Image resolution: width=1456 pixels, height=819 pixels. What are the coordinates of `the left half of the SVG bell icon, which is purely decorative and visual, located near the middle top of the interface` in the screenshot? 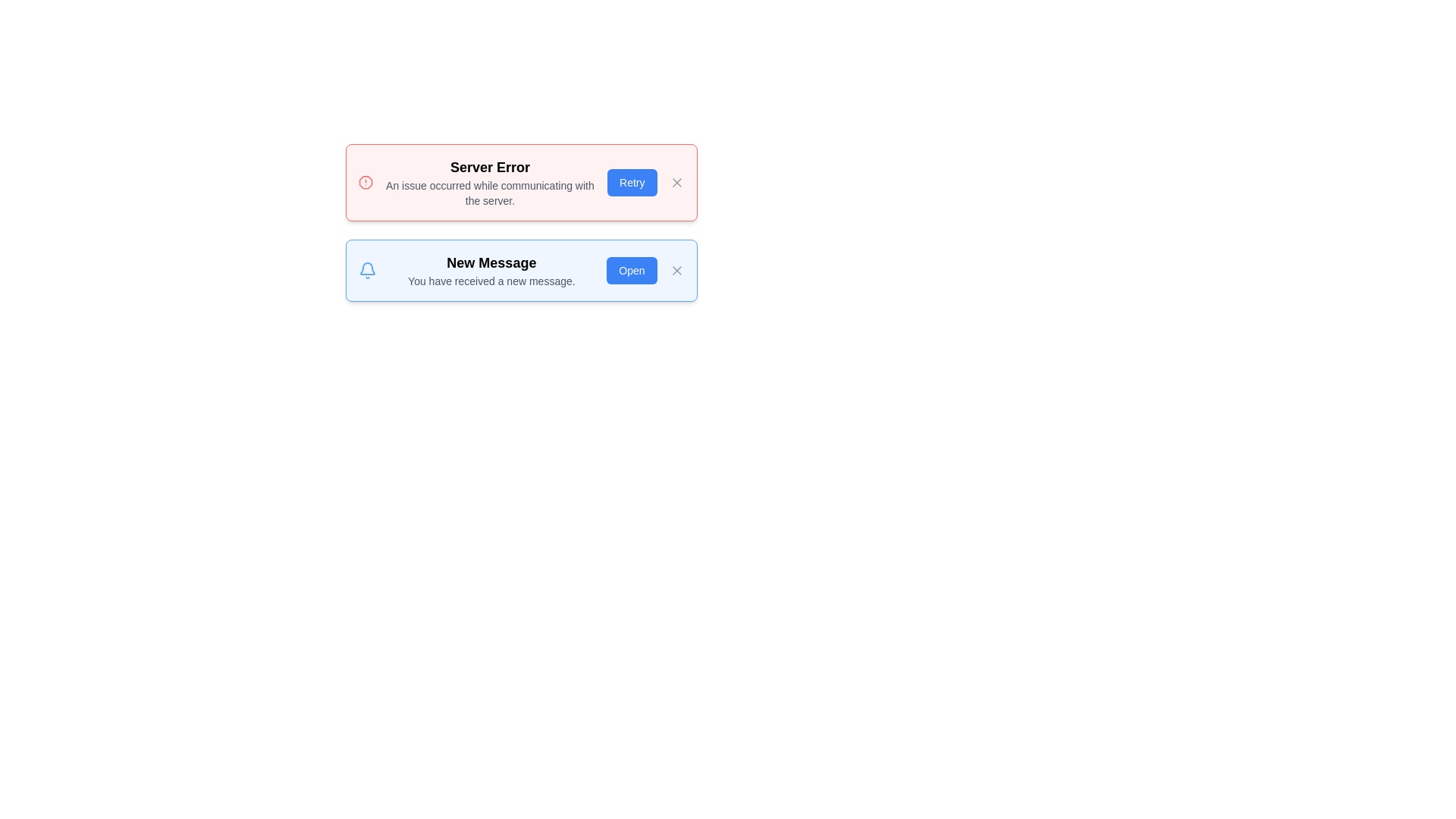 It's located at (367, 268).